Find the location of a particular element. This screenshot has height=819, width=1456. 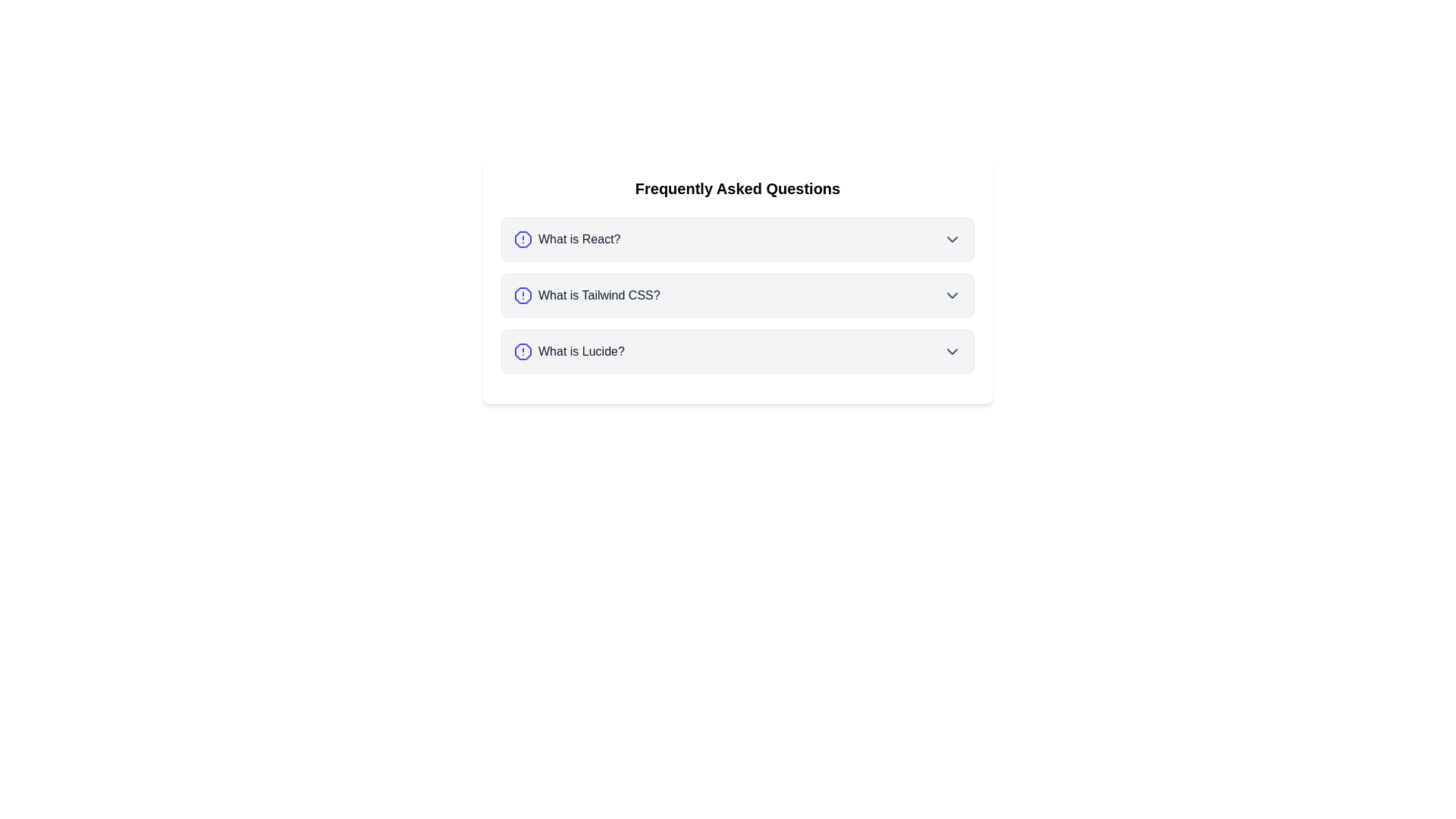

the SVG-based graphical icon located to the left of the FAQ question 'What is Lucide?' in the third row of the list is located at coordinates (523, 351).